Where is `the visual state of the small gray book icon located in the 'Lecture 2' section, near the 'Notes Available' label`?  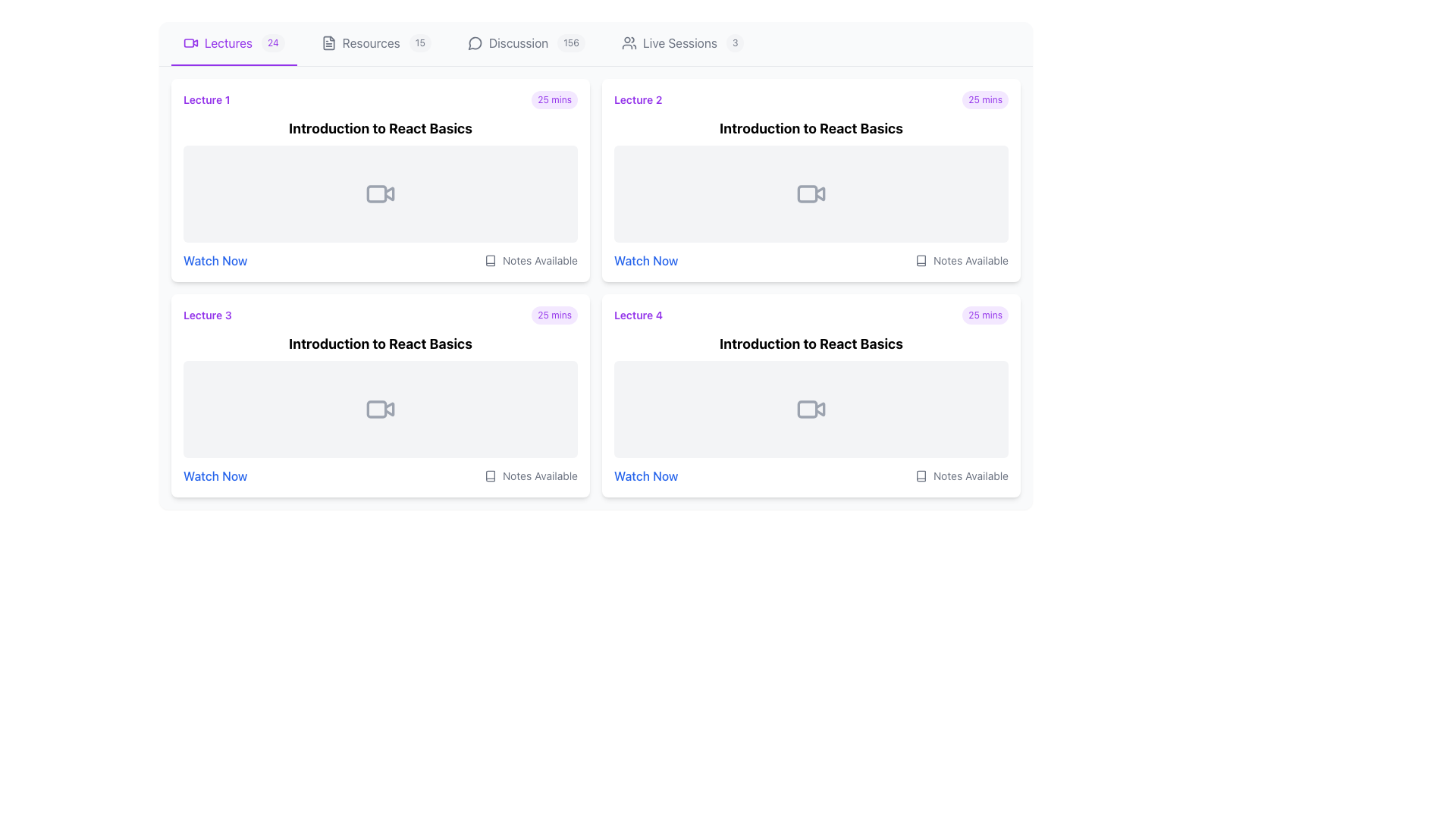
the visual state of the small gray book icon located in the 'Lecture 2' section, near the 'Notes Available' label is located at coordinates (920, 259).